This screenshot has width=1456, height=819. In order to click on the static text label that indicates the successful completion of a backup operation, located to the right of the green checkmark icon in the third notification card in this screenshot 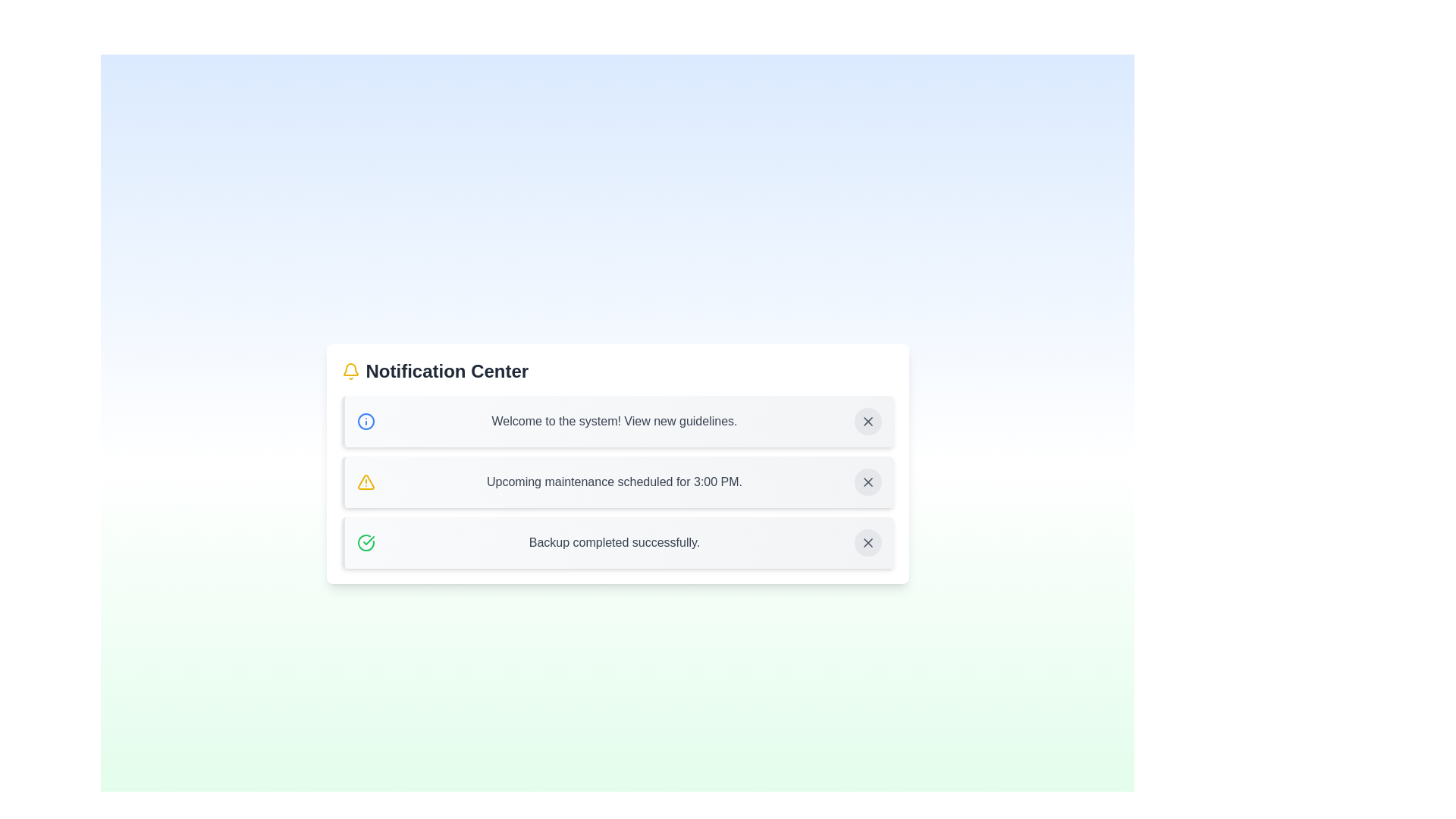, I will do `click(614, 542)`.